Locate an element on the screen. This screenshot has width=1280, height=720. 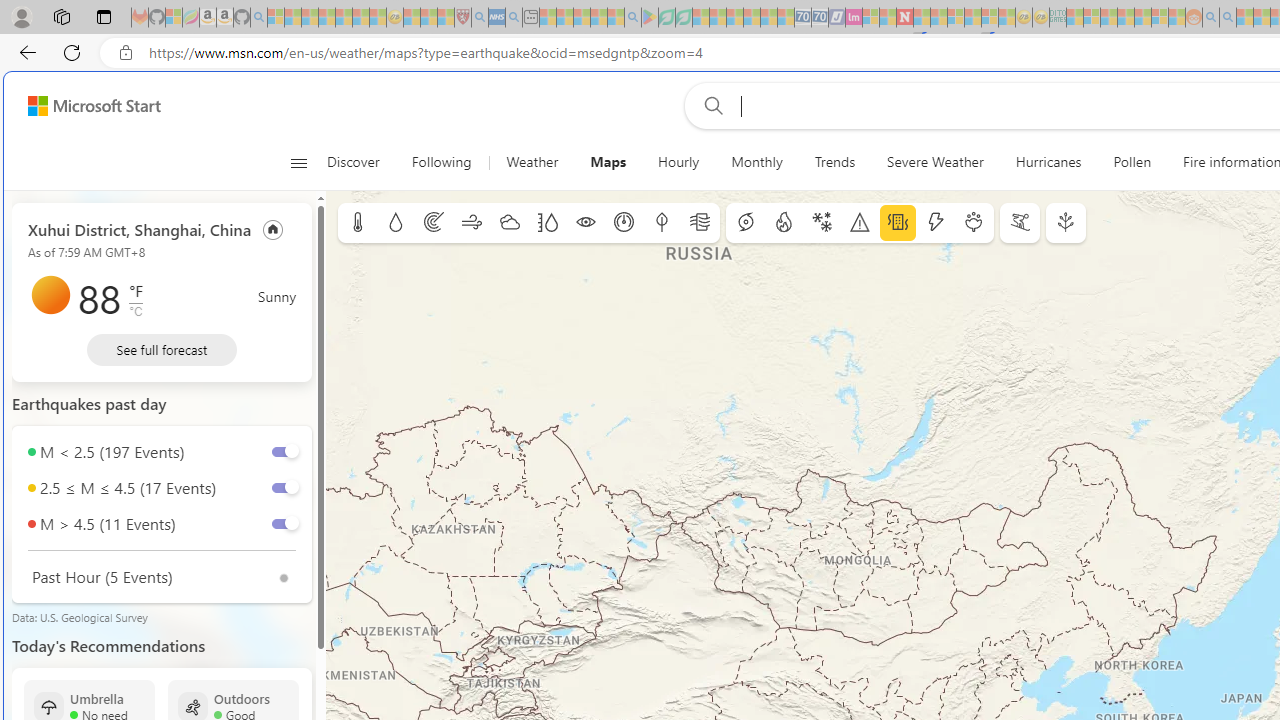
'MSNBC - MSN - Sleeping' is located at coordinates (1074, 17).